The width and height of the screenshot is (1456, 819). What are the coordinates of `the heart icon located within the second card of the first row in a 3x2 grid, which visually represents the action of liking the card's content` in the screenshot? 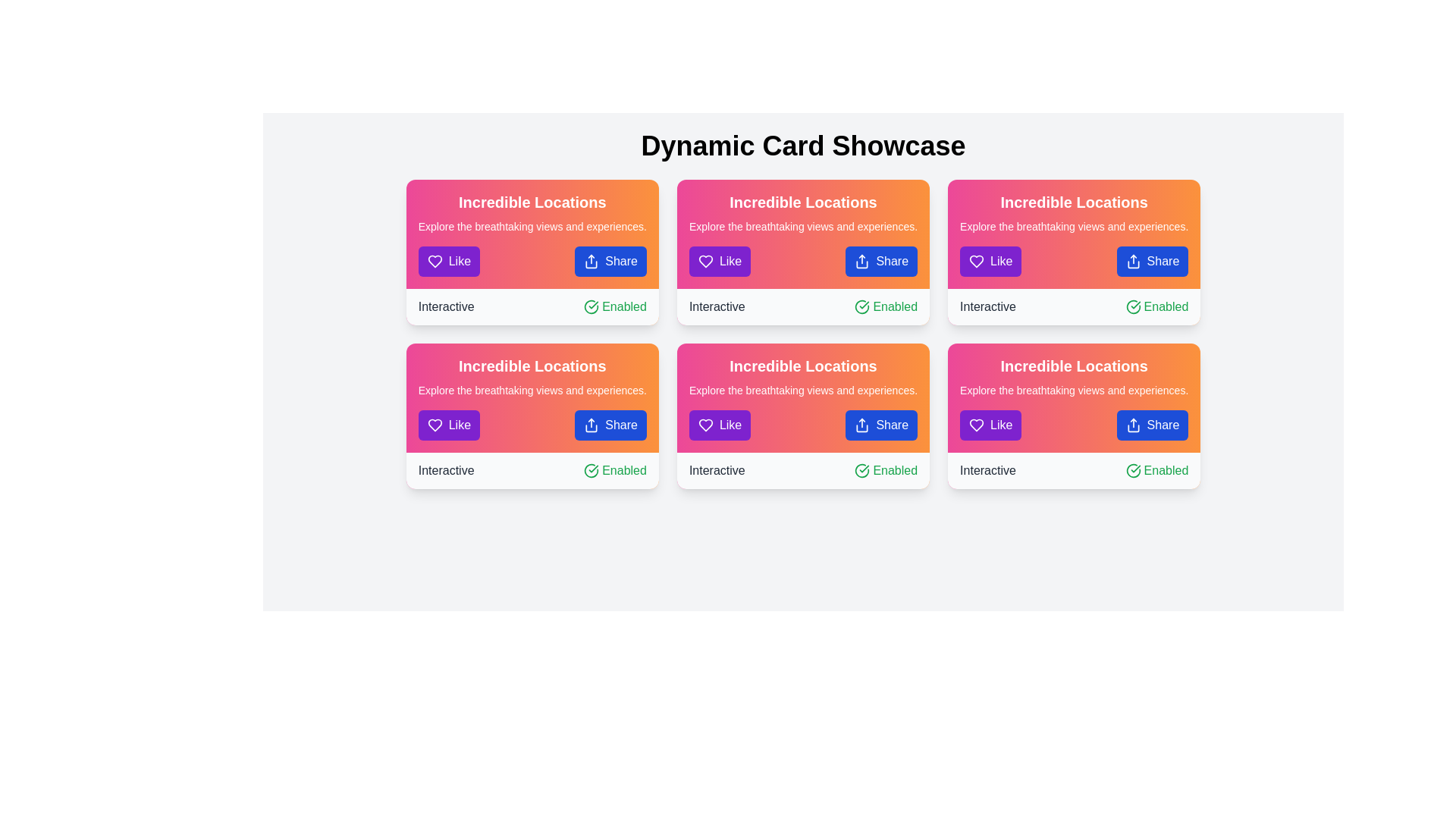 It's located at (704, 260).